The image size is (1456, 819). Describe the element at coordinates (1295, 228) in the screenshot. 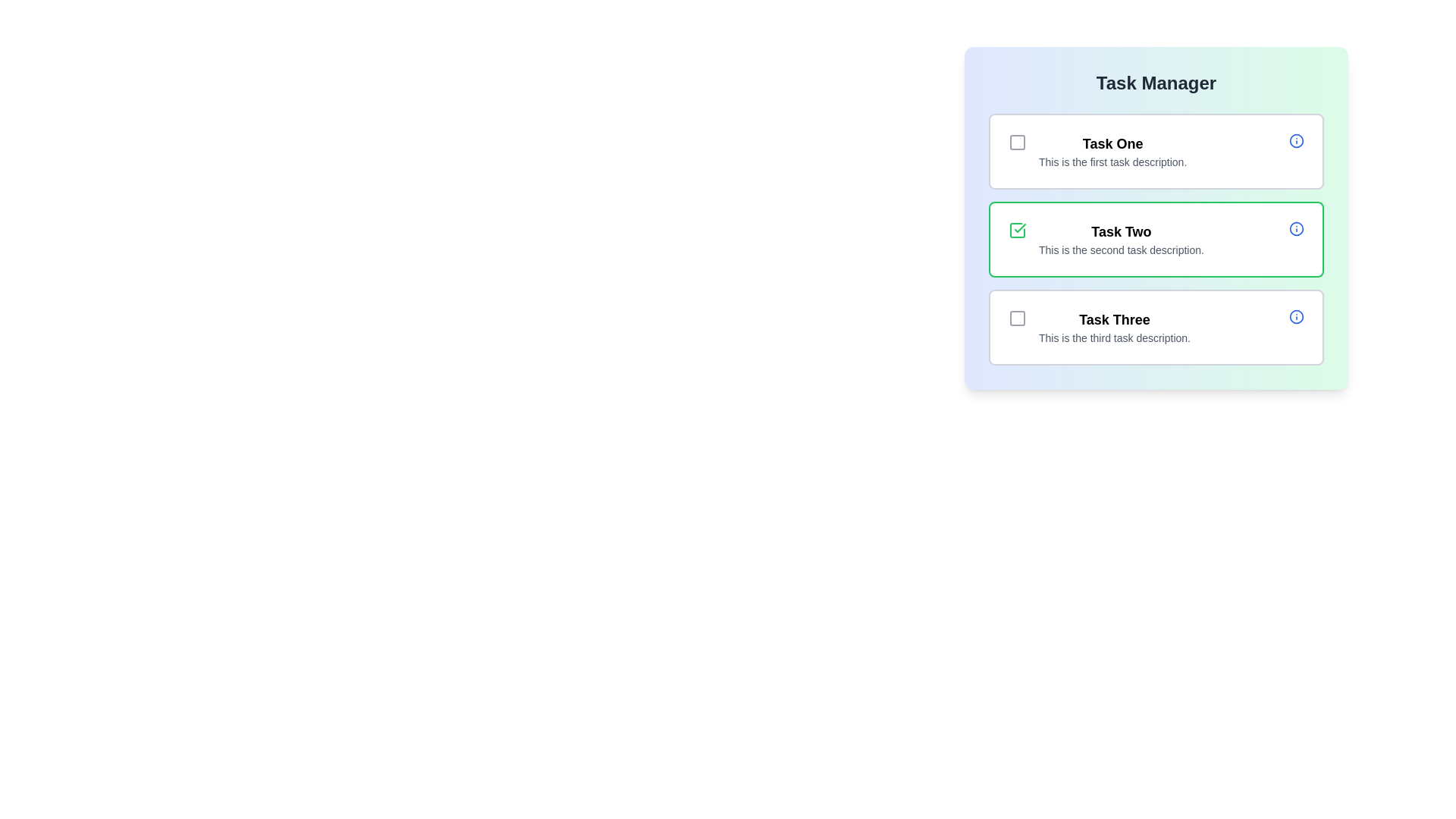

I see `the circular icon outlined in blue, resembling an information or help symbol, located at the far right of the 'Task Two' panel` at that location.